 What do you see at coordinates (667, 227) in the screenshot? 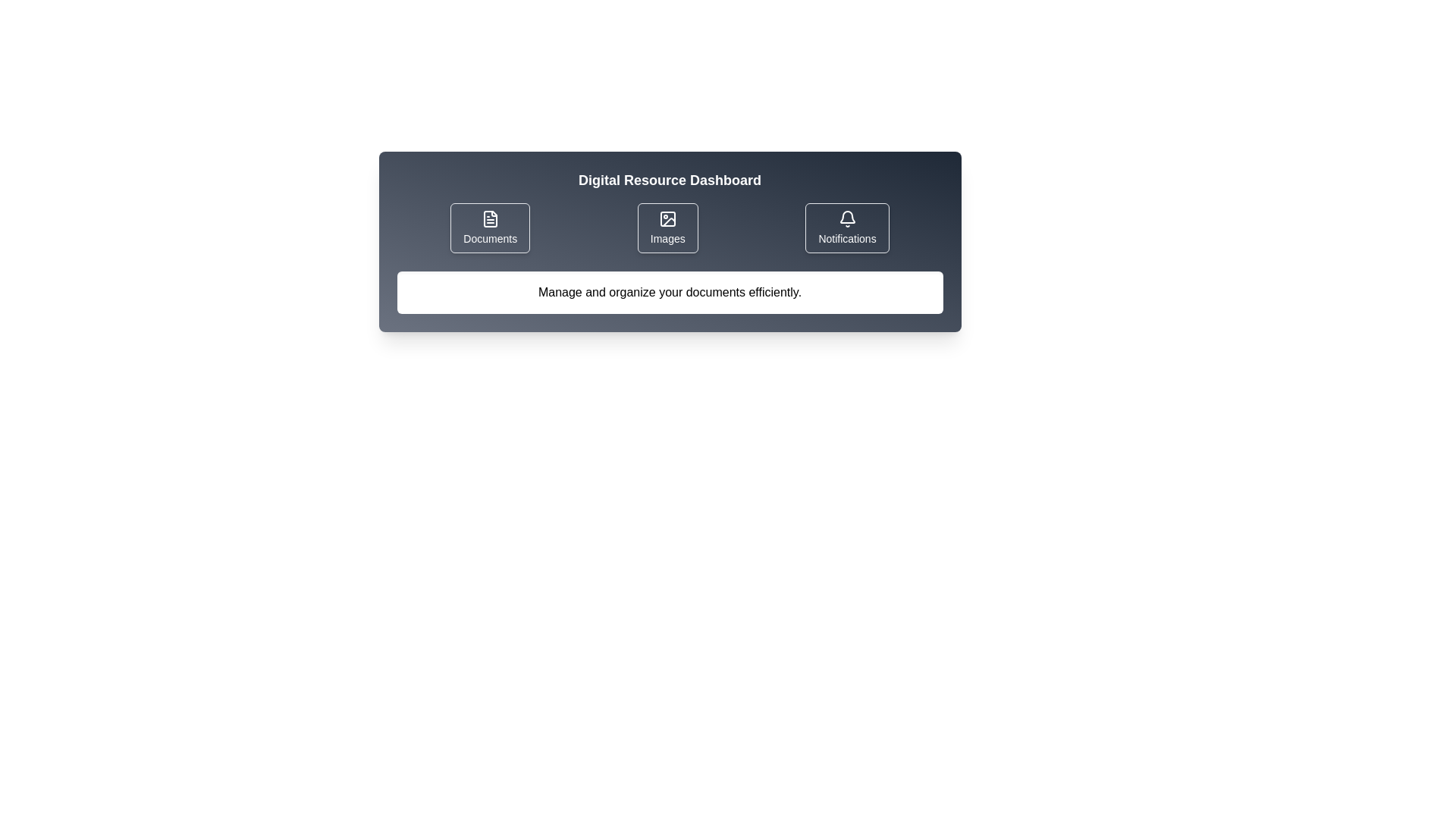
I see `the Images tab by clicking on its corresponding button` at bounding box center [667, 227].